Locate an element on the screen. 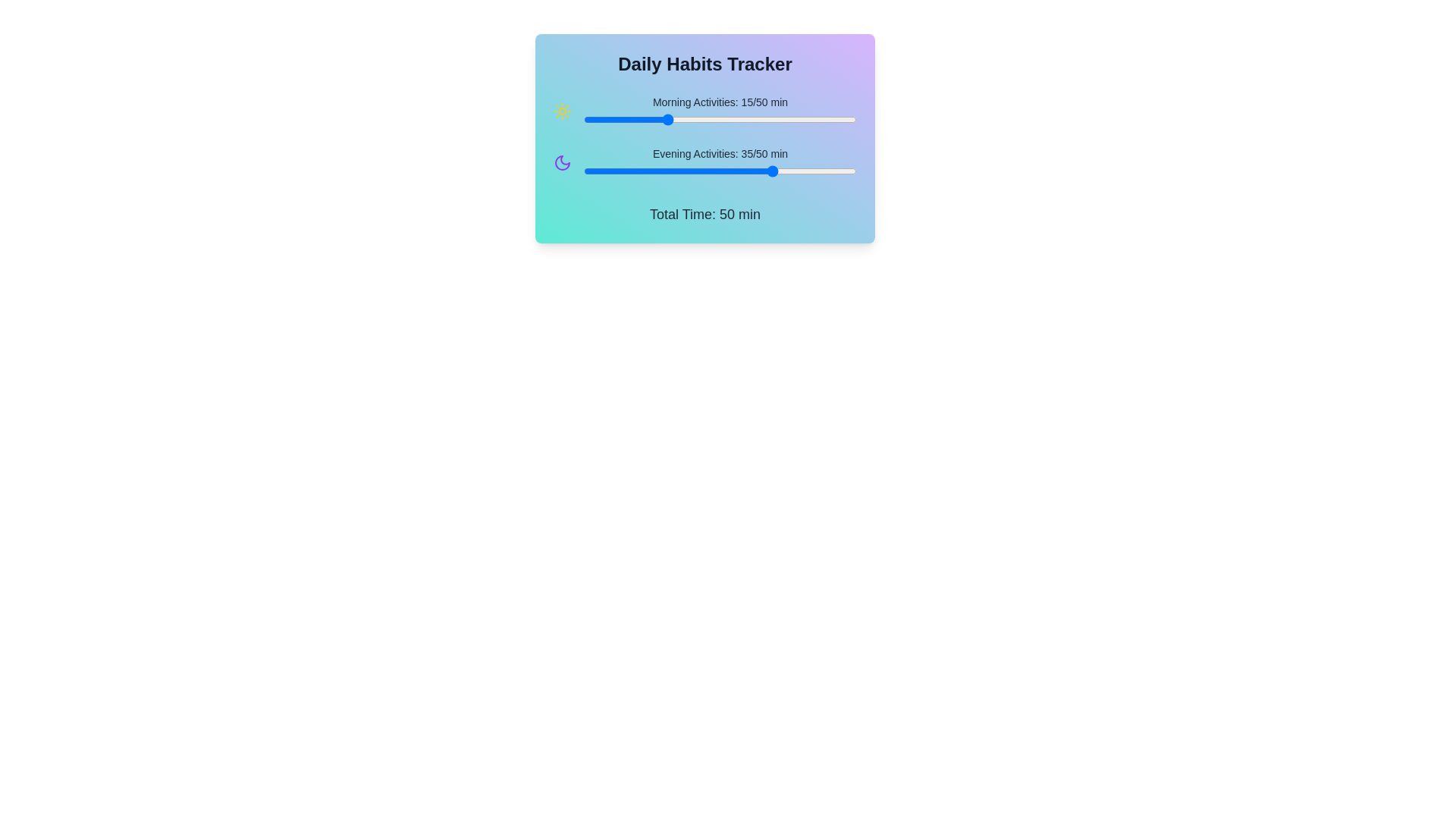  the 'Morning Activities' slider is located at coordinates (622, 119).